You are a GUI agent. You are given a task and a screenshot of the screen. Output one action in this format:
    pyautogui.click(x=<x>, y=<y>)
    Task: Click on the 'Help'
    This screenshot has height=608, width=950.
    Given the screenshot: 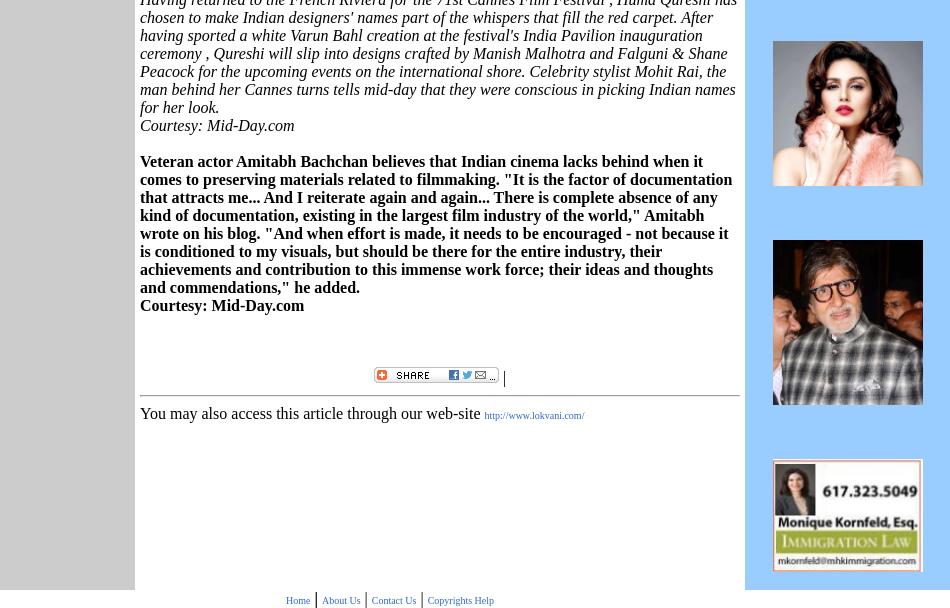 What is the action you would take?
    pyautogui.click(x=472, y=598)
    